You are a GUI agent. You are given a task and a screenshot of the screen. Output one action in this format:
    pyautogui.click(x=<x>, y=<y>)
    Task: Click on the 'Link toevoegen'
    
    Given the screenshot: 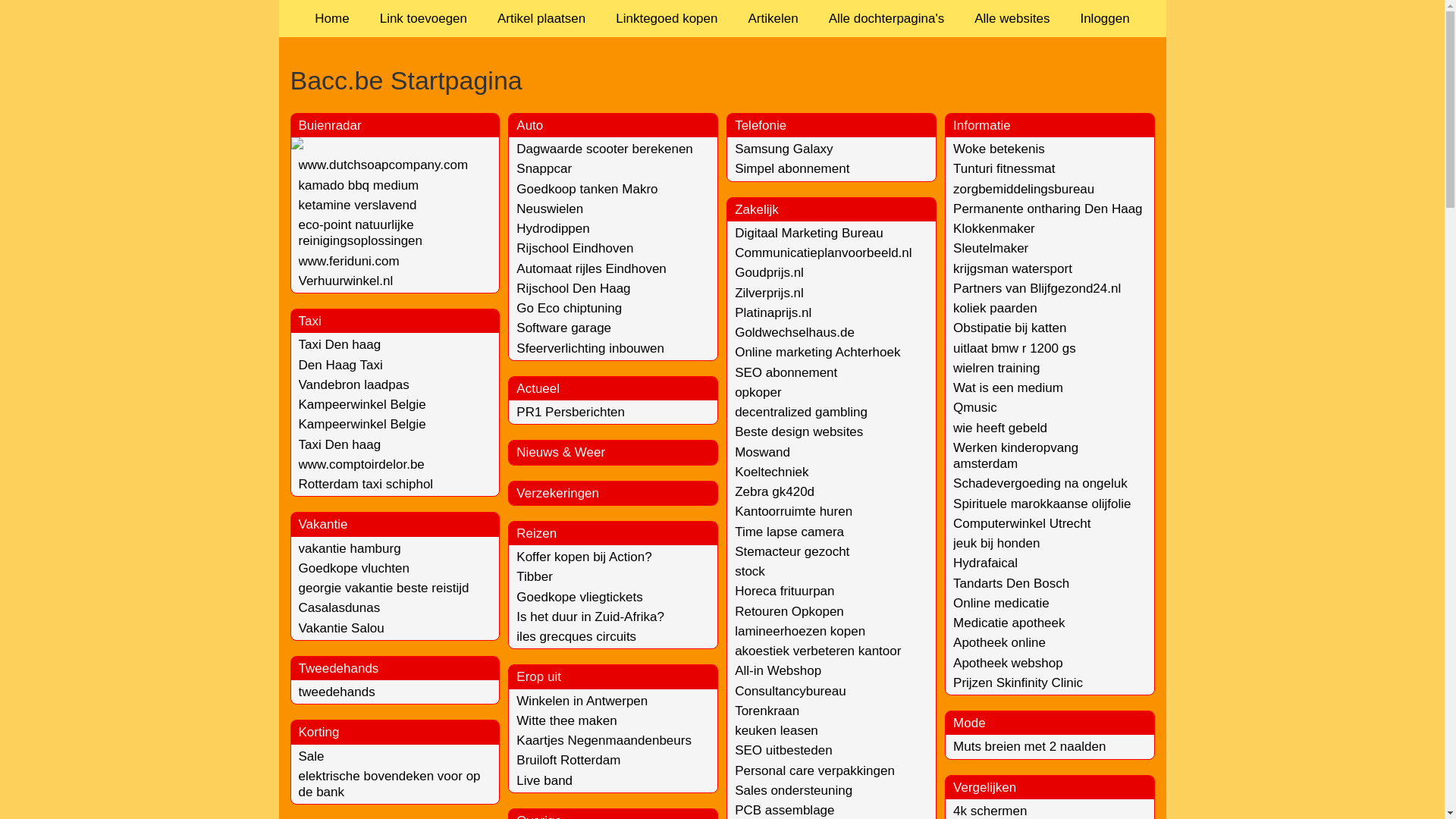 What is the action you would take?
    pyautogui.click(x=423, y=18)
    